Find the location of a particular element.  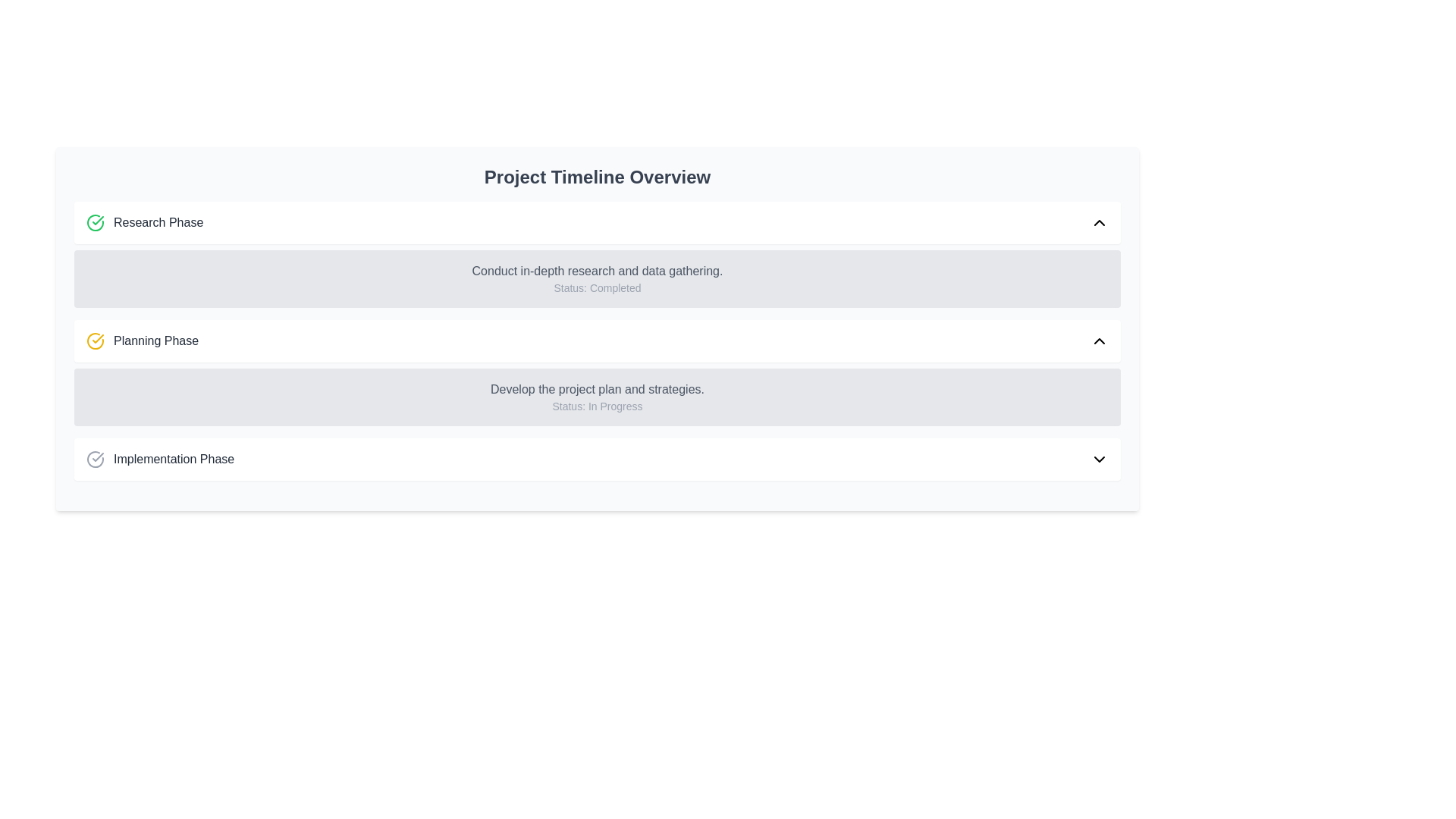

the yellow checkmark icon with a circular border, which represents the 'Planning Phase.' This icon is located to the left of the text 'Planning Phase.' is located at coordinates (94, 341).